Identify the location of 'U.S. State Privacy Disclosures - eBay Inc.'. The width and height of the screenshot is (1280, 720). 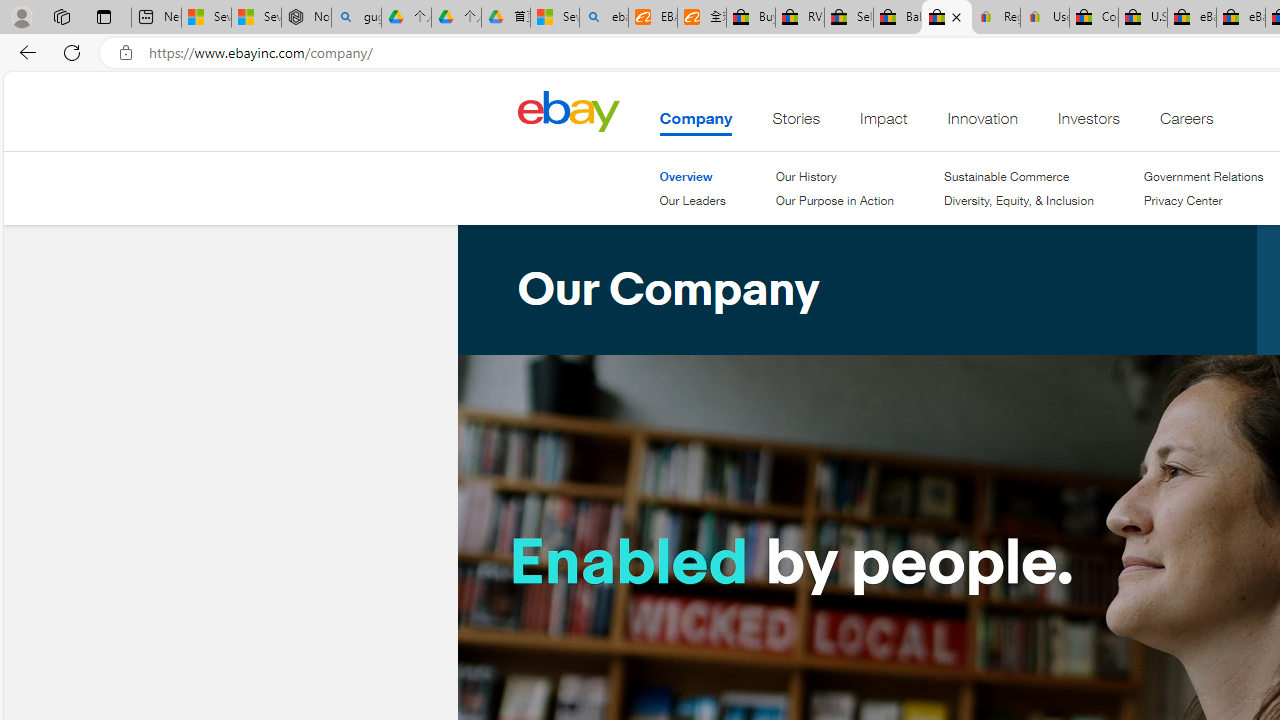
(1143, 17).